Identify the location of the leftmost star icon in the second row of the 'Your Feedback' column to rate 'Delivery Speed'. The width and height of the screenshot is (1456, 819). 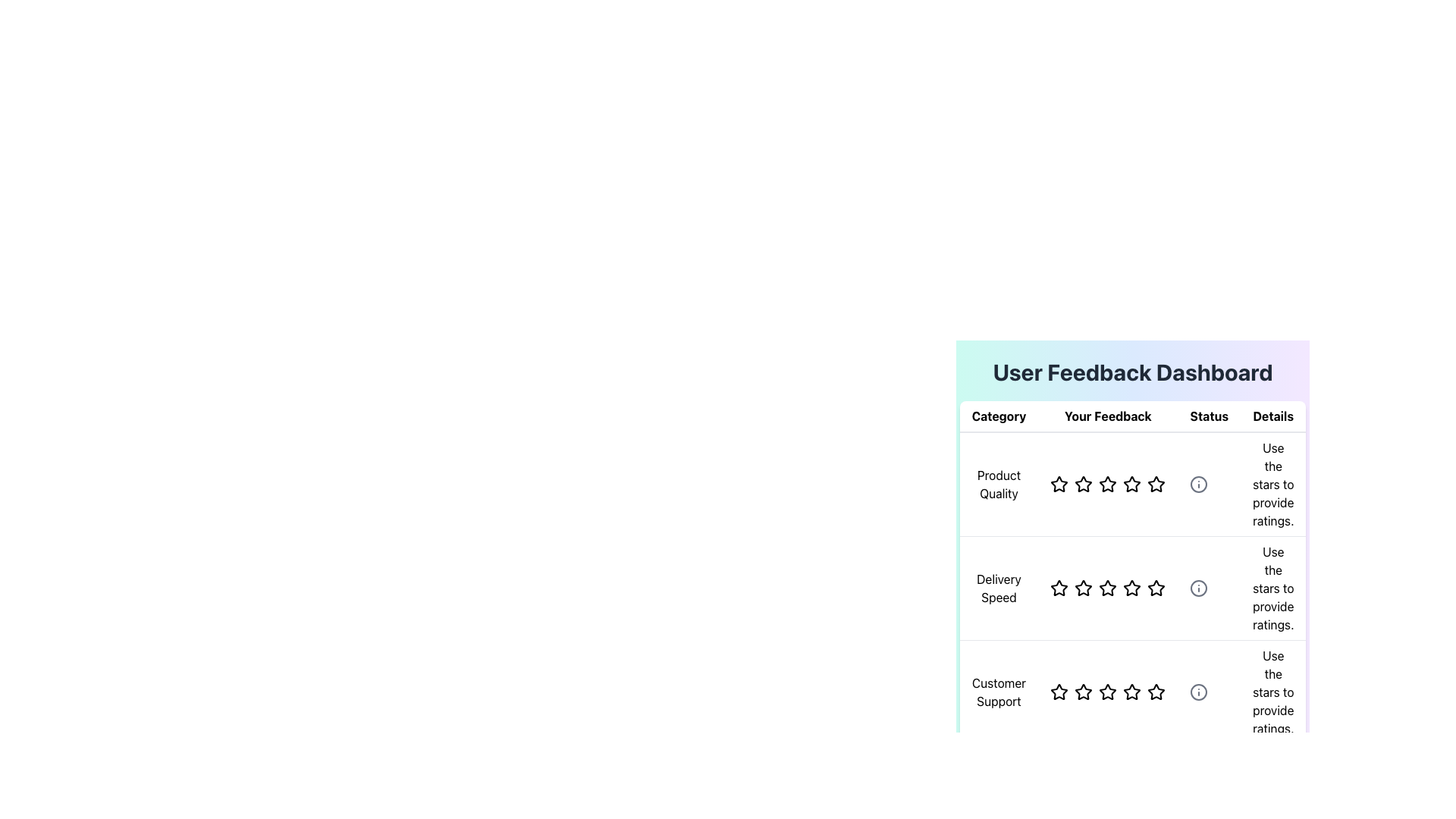
(1058, 587).